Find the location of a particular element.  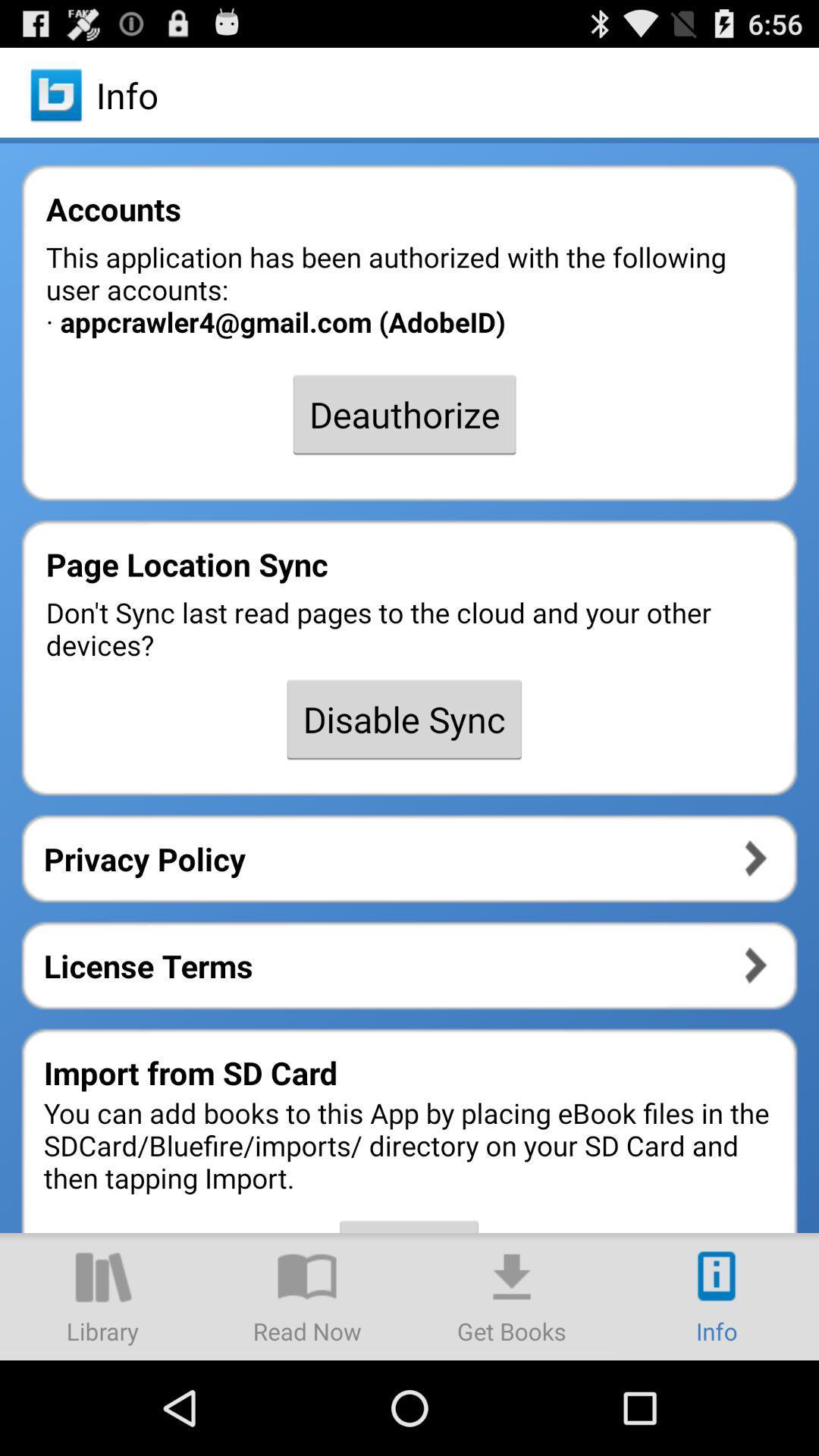

app above the page location sync icon is located at coordinates (403, 414).